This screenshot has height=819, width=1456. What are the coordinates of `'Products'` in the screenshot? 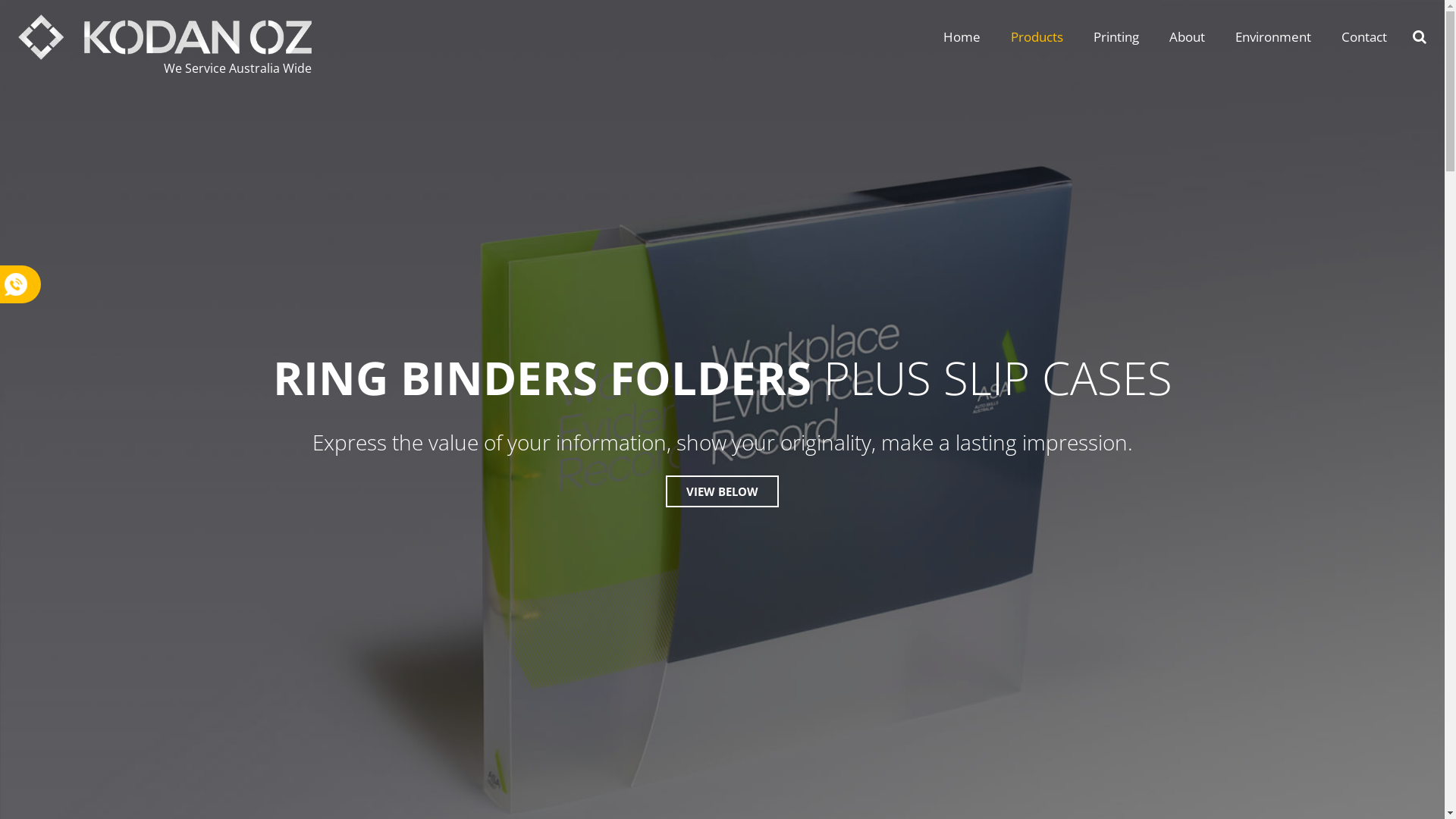 It's located at (1036, 36).